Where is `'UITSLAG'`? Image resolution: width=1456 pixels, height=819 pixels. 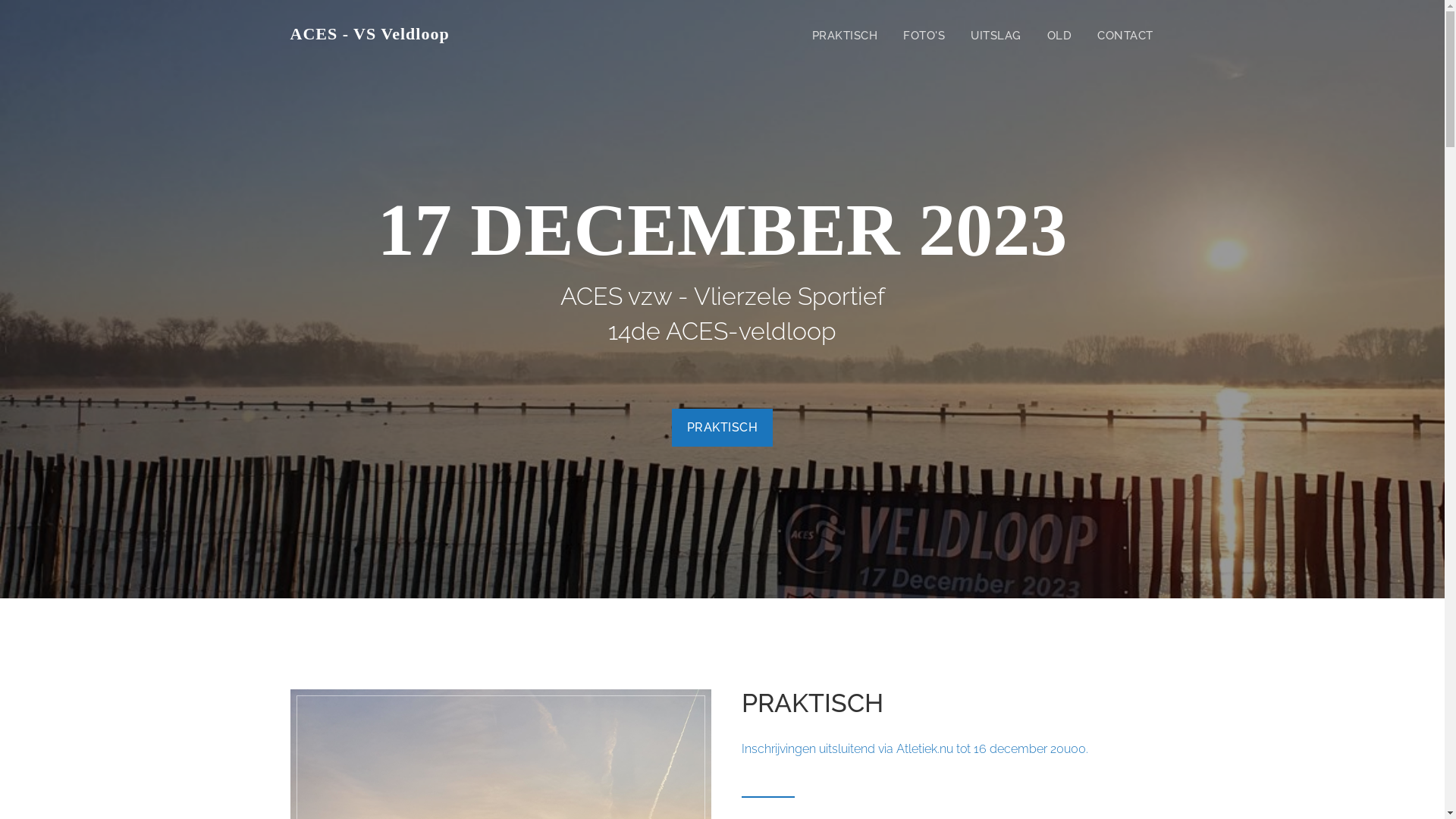 'UITSLAG' is located at coordinates (996, 34).